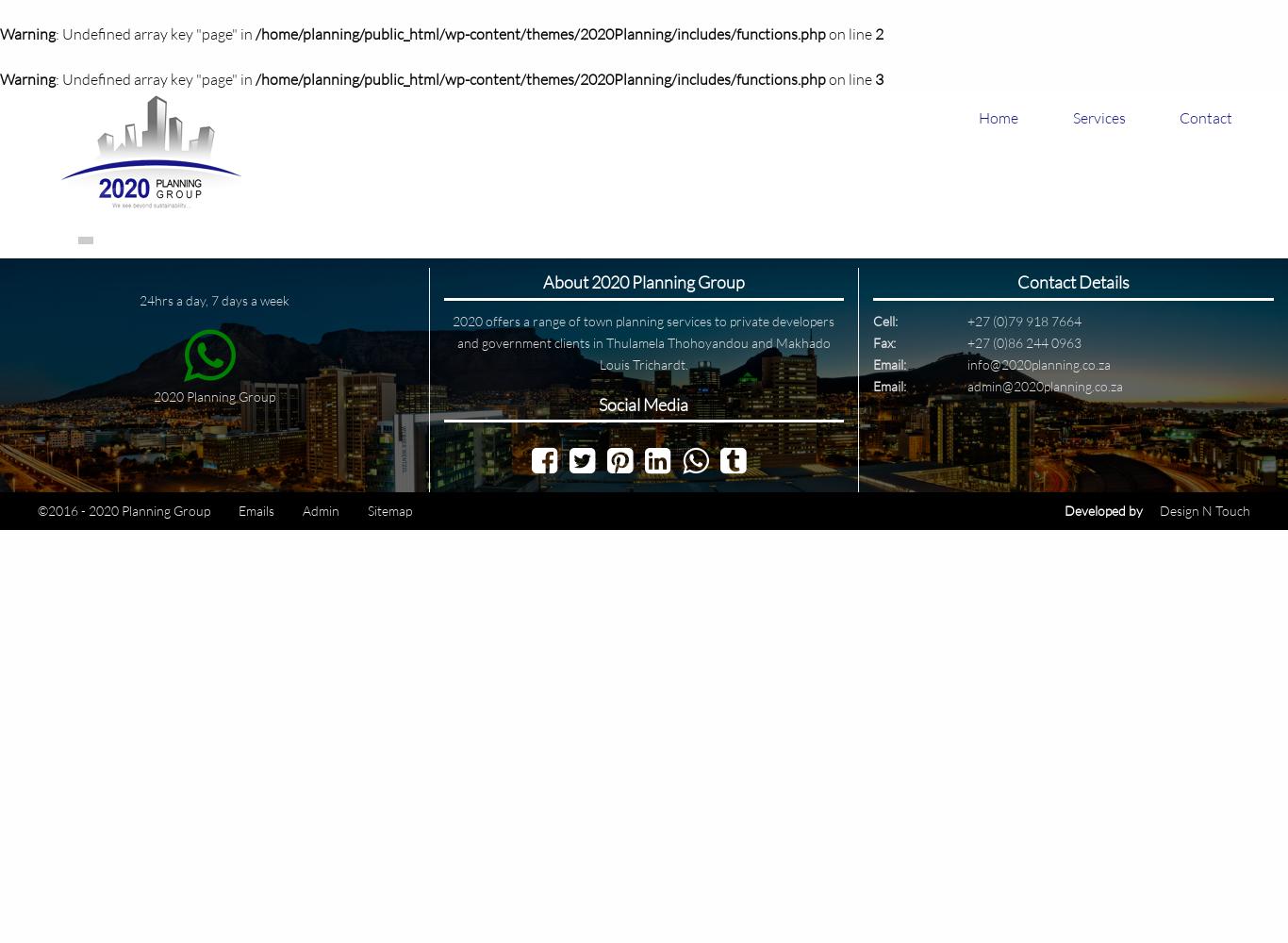 The height and width of the screenshot is (943, 1288). I want to click on '2020 offers a range of town planning services to private developers and government clients in Thulamela Thohoyandou and Makhado Louis Trichardt.', so click(453, 340).